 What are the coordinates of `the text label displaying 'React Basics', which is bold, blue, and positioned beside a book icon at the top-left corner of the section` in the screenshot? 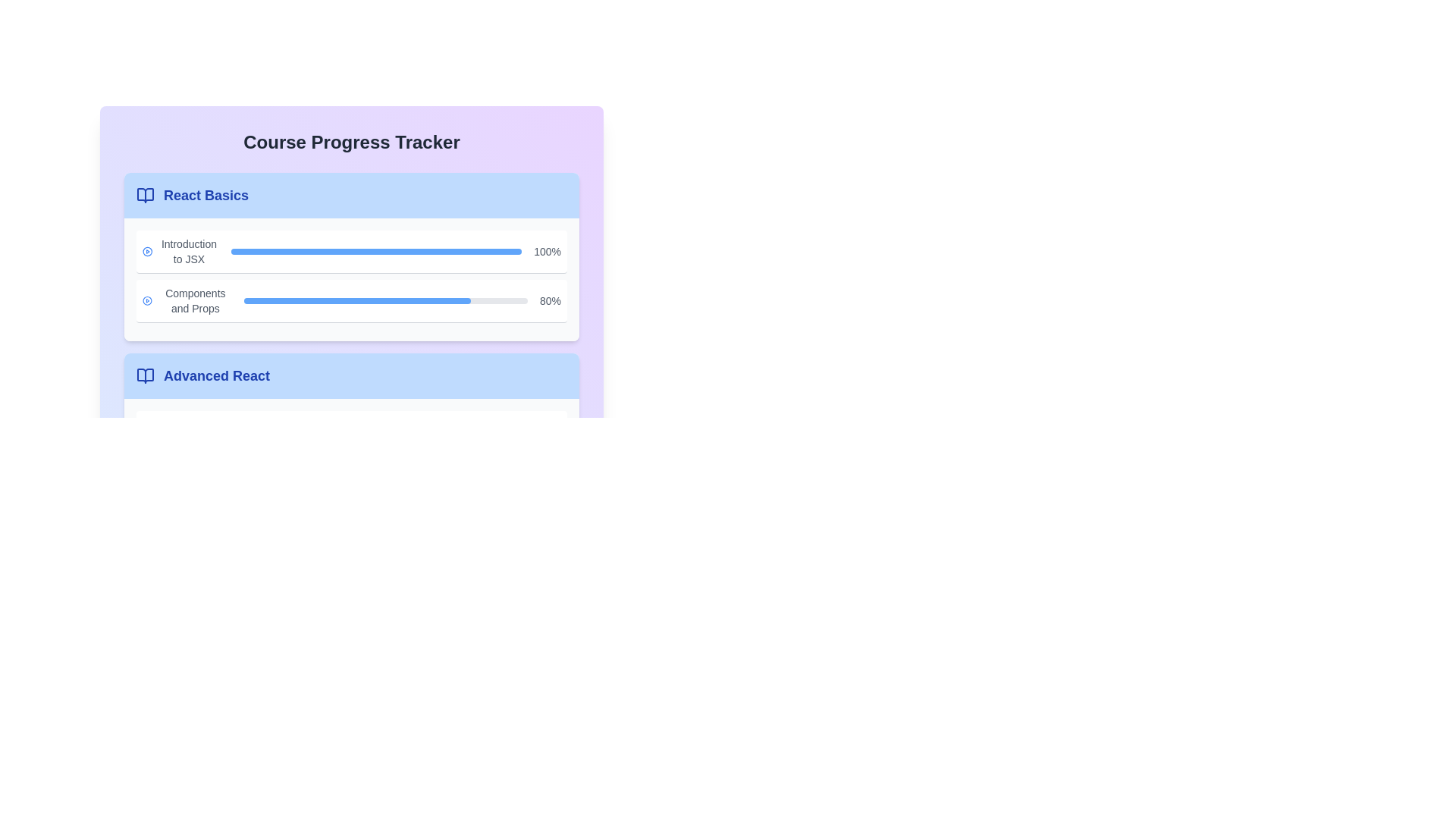 It's located at (206, 195).